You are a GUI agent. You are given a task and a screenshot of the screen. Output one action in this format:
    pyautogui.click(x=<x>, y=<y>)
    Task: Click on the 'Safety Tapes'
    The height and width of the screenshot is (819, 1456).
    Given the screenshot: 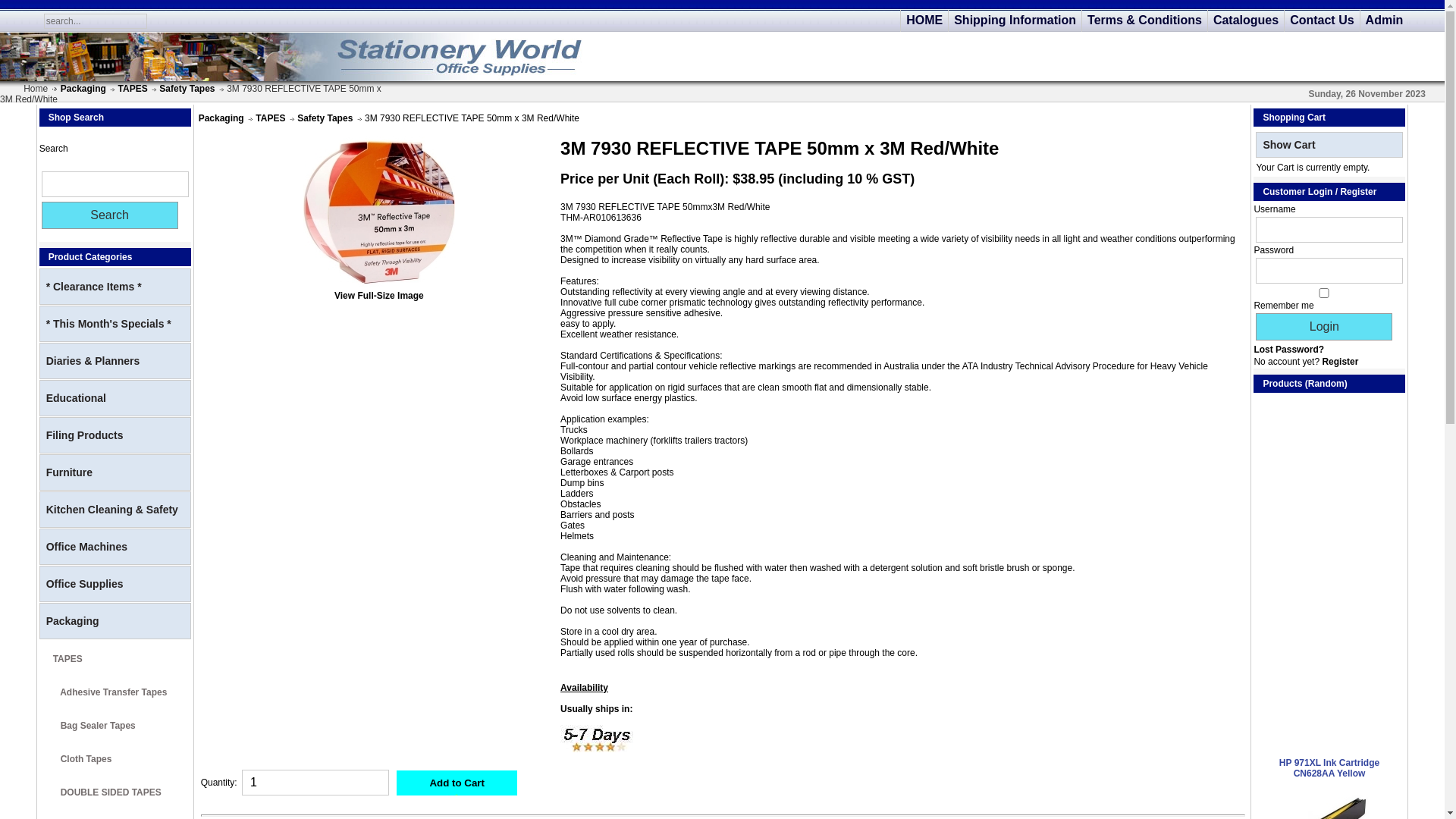 What is the action you would take?
    pyautogui.click(x=324, y=117)
    